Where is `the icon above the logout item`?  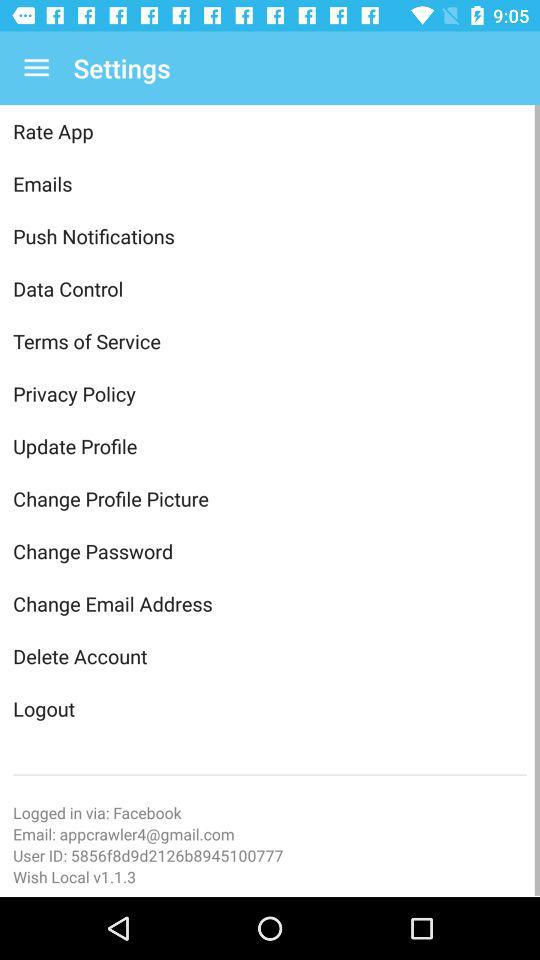
the icon above the logout item is located at coordinates (270, 655).